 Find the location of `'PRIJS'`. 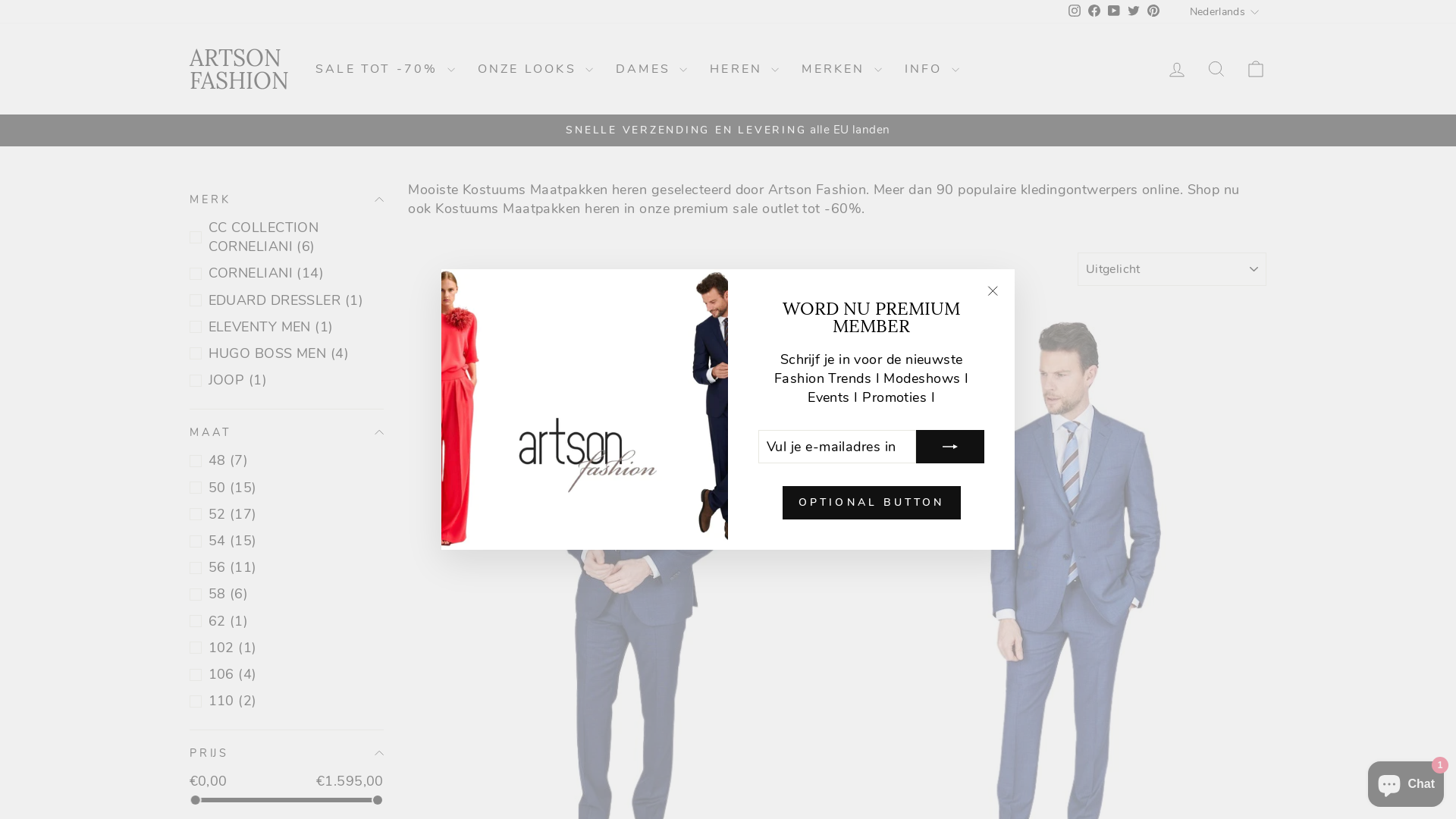

'PRIJS' is located at coordinates (287, 752).